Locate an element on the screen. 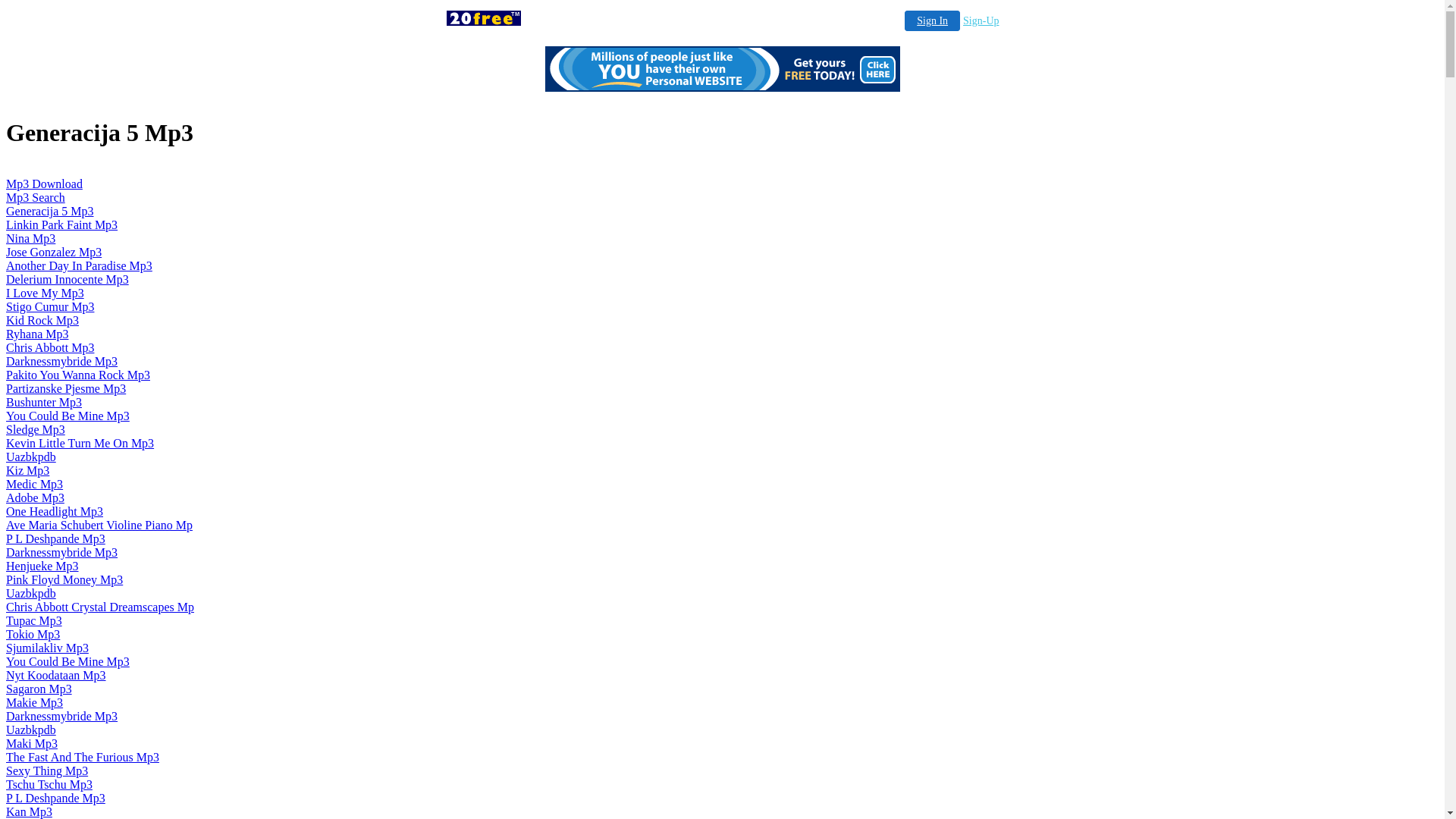 The width and height of the screenshot is (1456, 819). 'Henjueke Mp3' is located at coordinates (42, 566).